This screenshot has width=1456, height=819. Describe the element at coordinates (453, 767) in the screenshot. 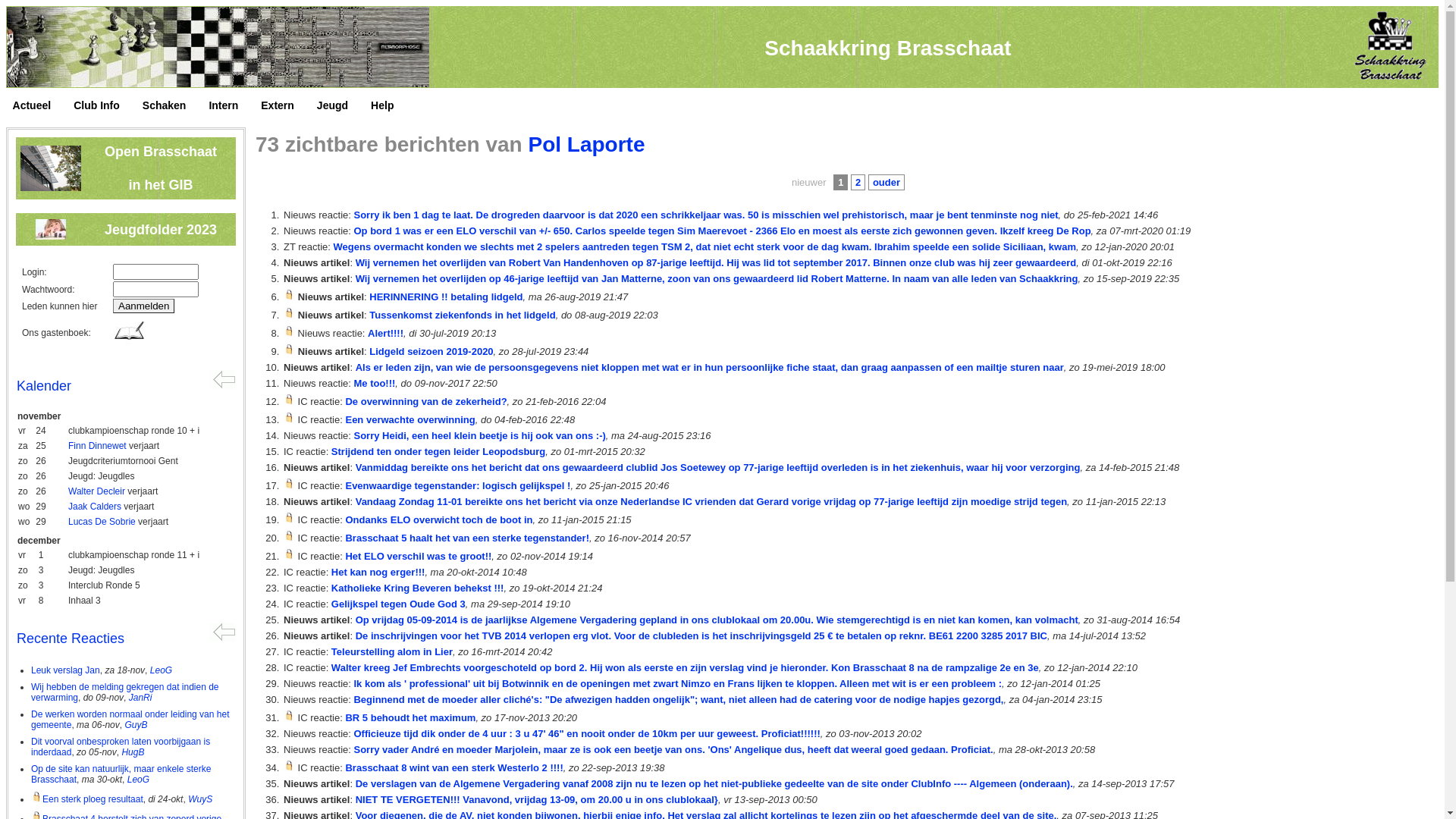

I see `'Brasschaat 8 wint van een sterk Westerlo 2 !!!!'` at that location.